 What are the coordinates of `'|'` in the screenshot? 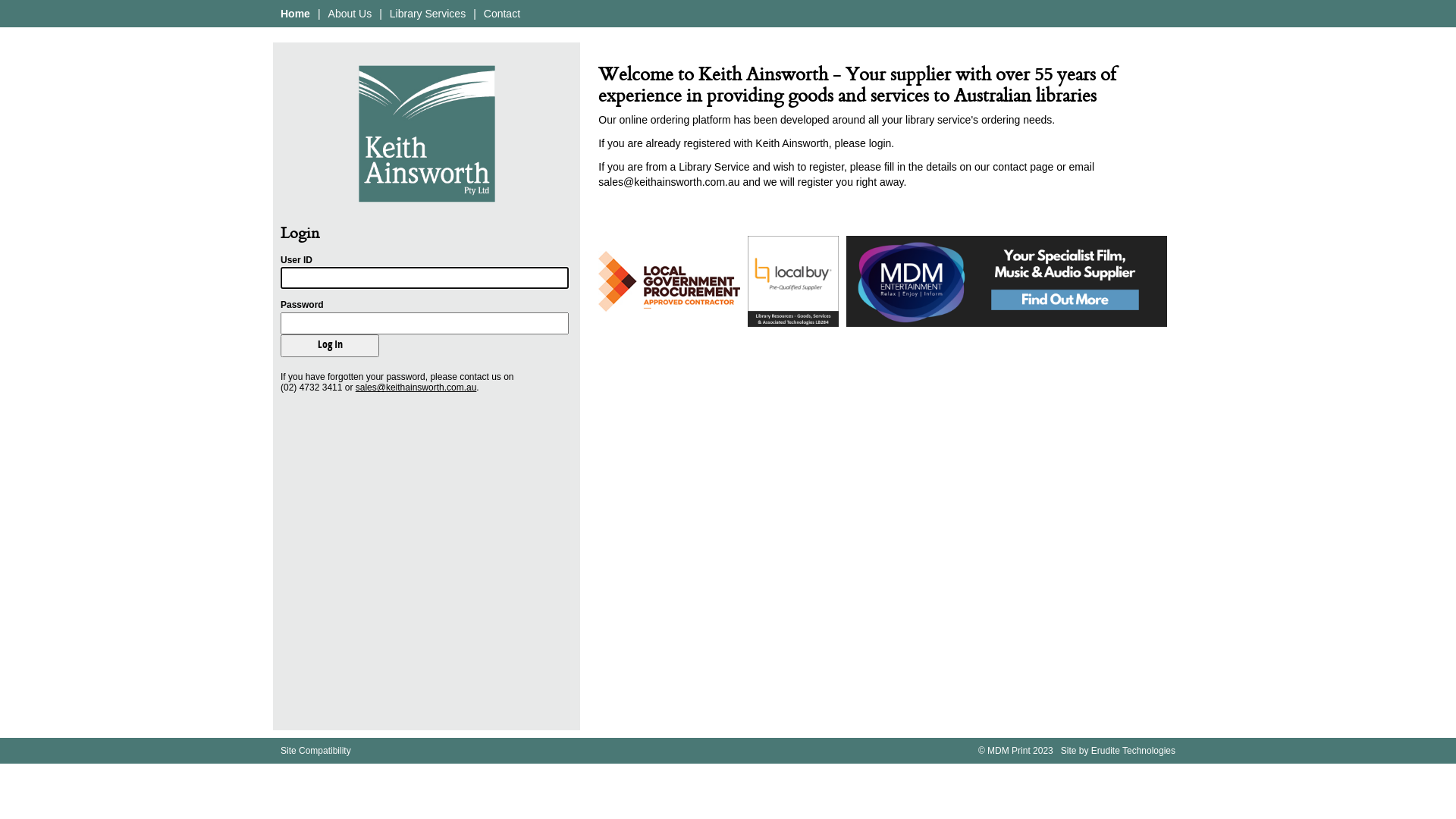 It's located at (378, 14).